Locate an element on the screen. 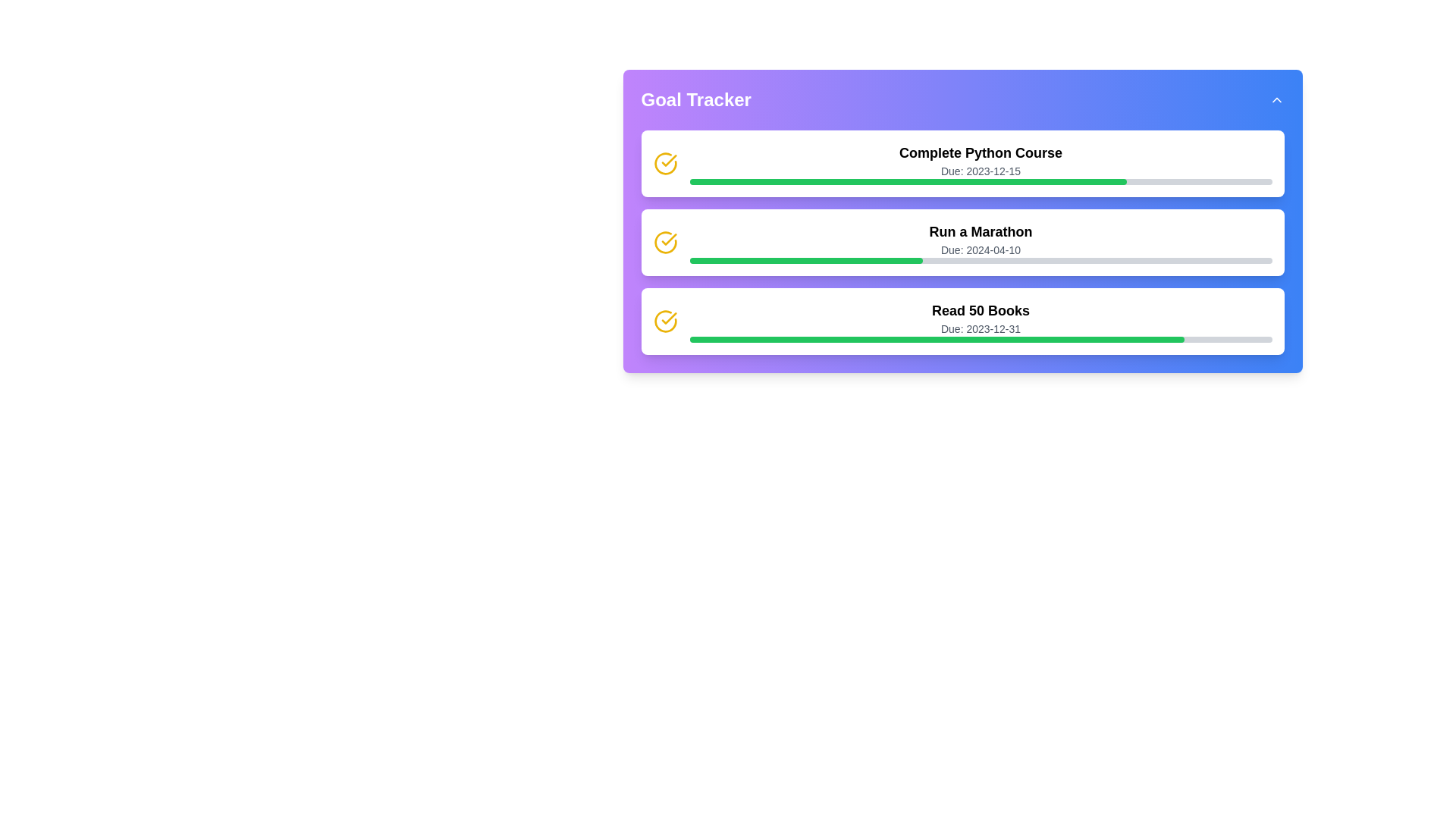 The image size is (1456, 819). the upward-pointing chevron icon in the top-right corner of the 'Goal Tracker' interface is located at coordinates (1276, 99).